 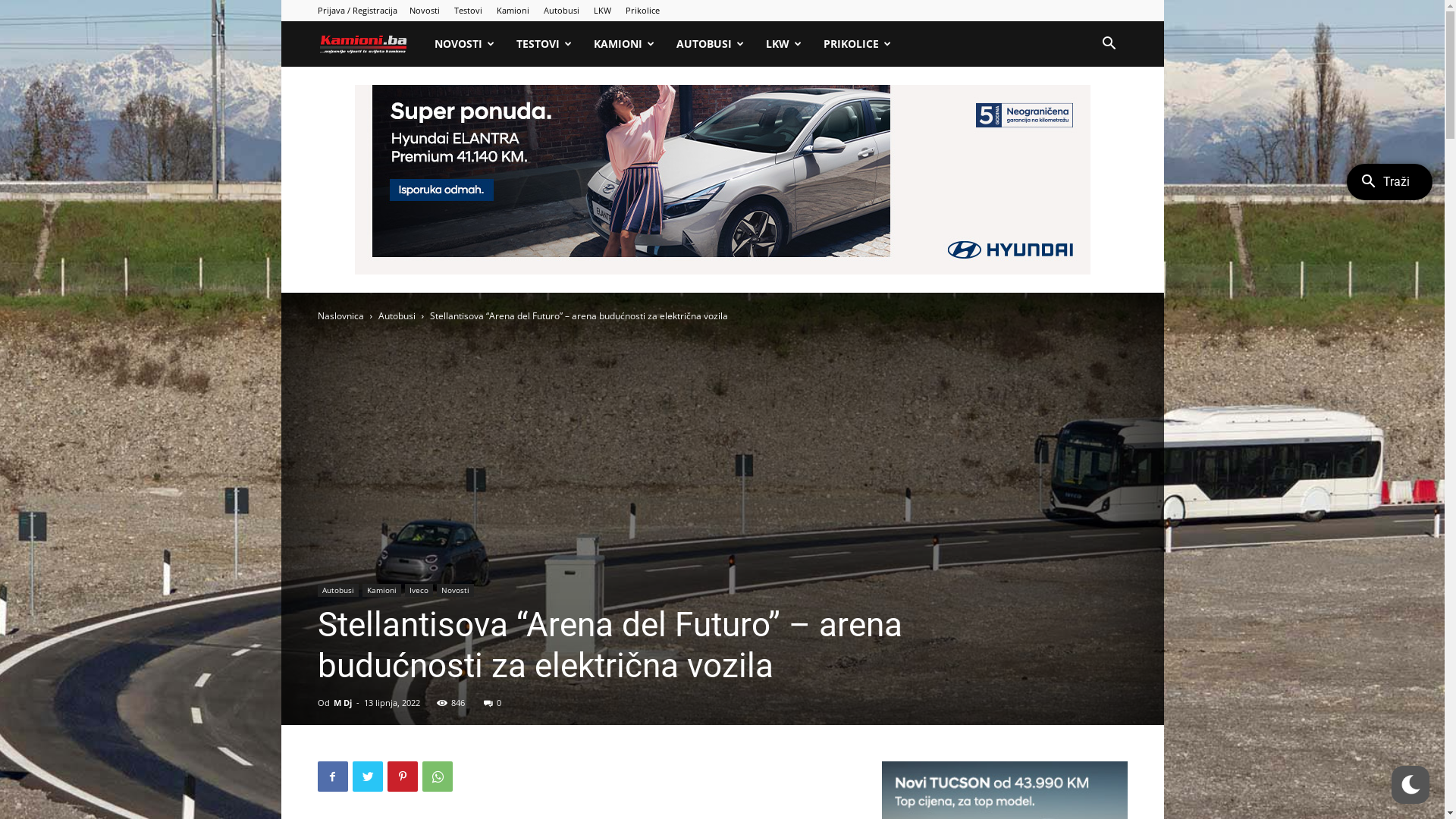 I want to click on 'Pretraga', so click(x=1080, y=108).